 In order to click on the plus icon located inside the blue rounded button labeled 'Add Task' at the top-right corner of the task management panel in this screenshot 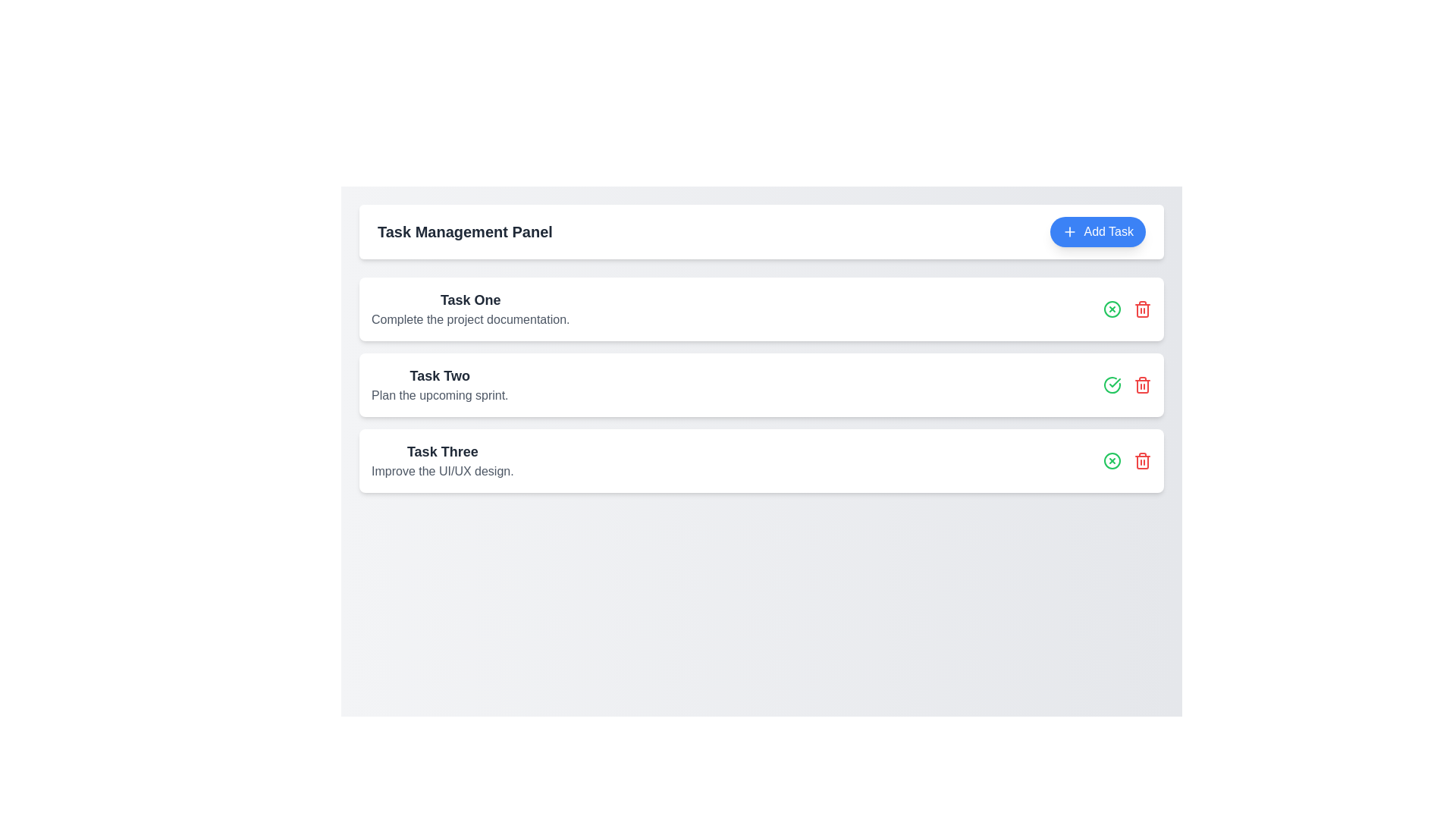, I will do `click(1069, 231)`.